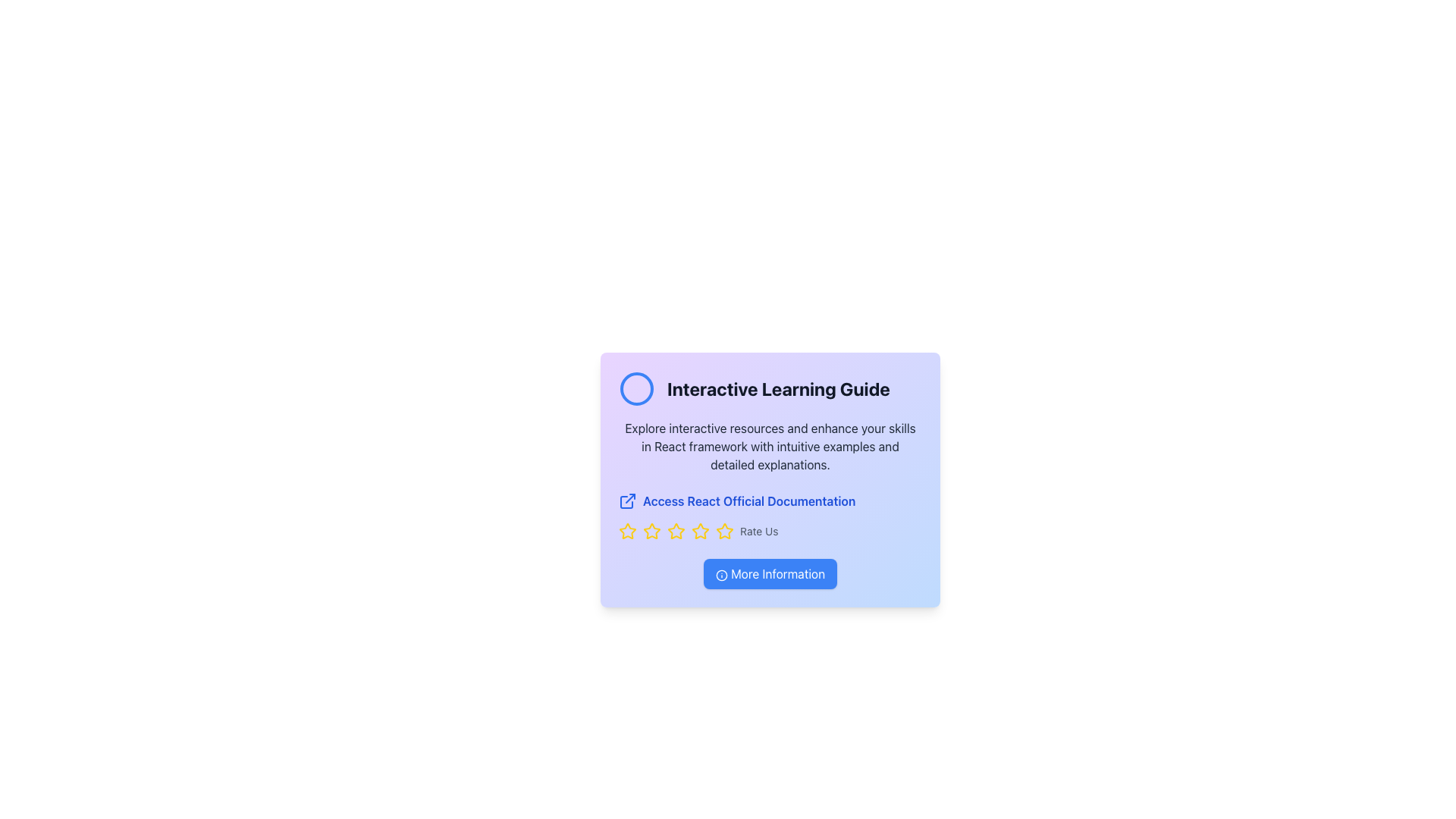 This screenshot has height=819, width=1456. What do you see at coordinates (770, 500) in the screenshot?
I see `the hyperlink labeled 'Access React Official Documentation'` at bounding box center [770, 500].